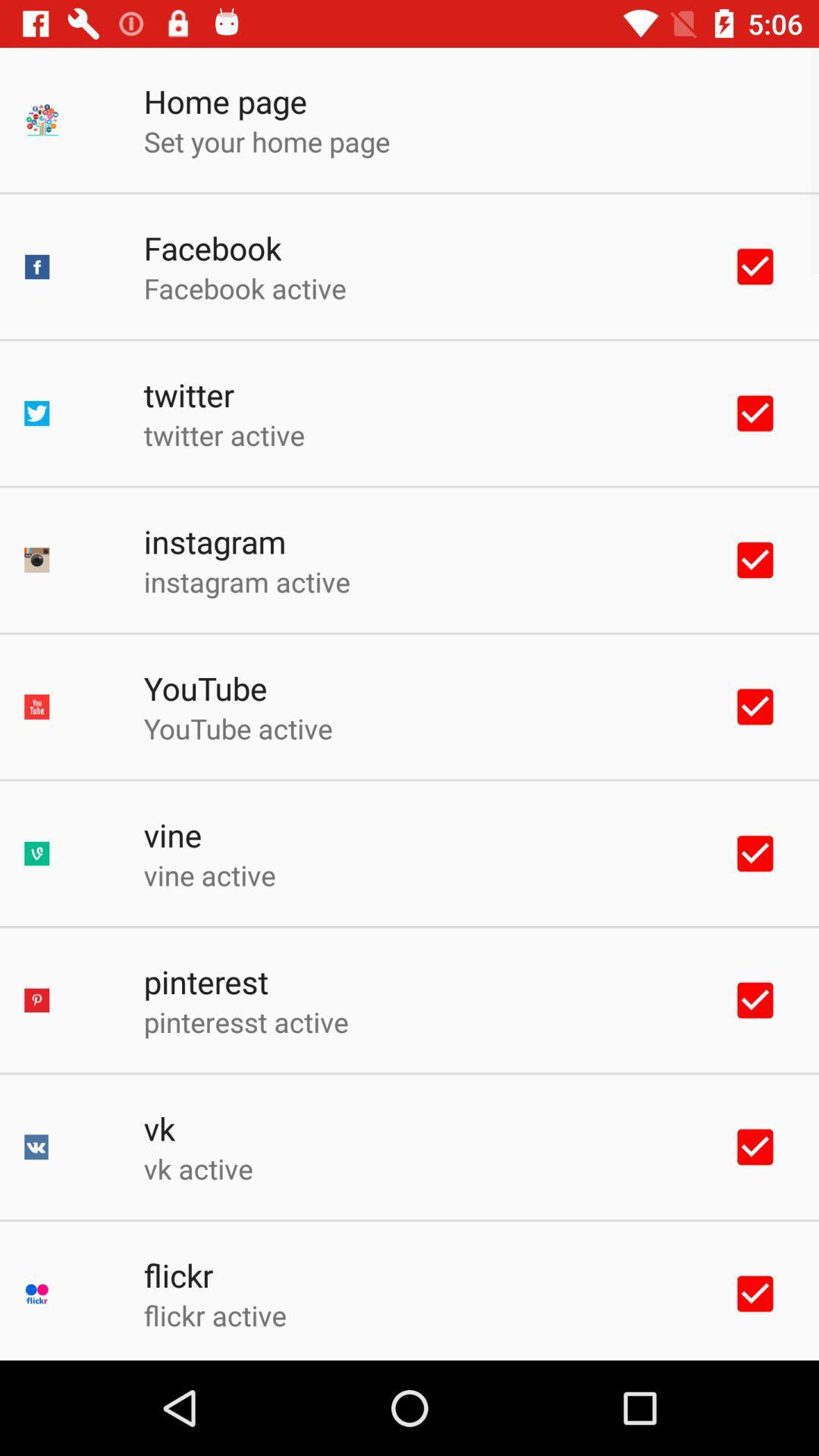  What do you see at coordinates (215, 1314) in the screenshot?
I see `flickr active app` at bounding box center [215, 1314].